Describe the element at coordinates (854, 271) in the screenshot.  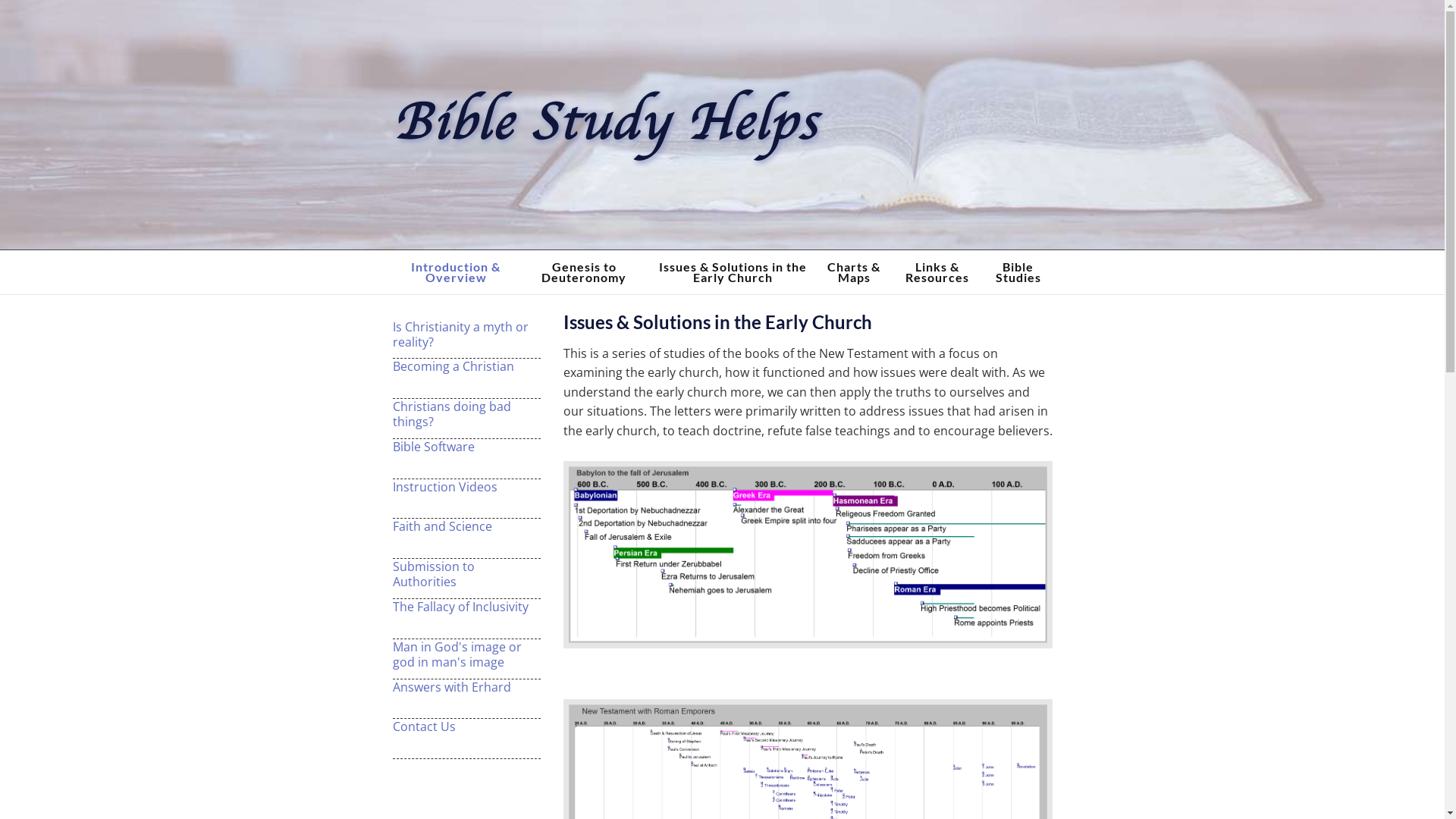
I see `'Charts & Maps'` at that location.